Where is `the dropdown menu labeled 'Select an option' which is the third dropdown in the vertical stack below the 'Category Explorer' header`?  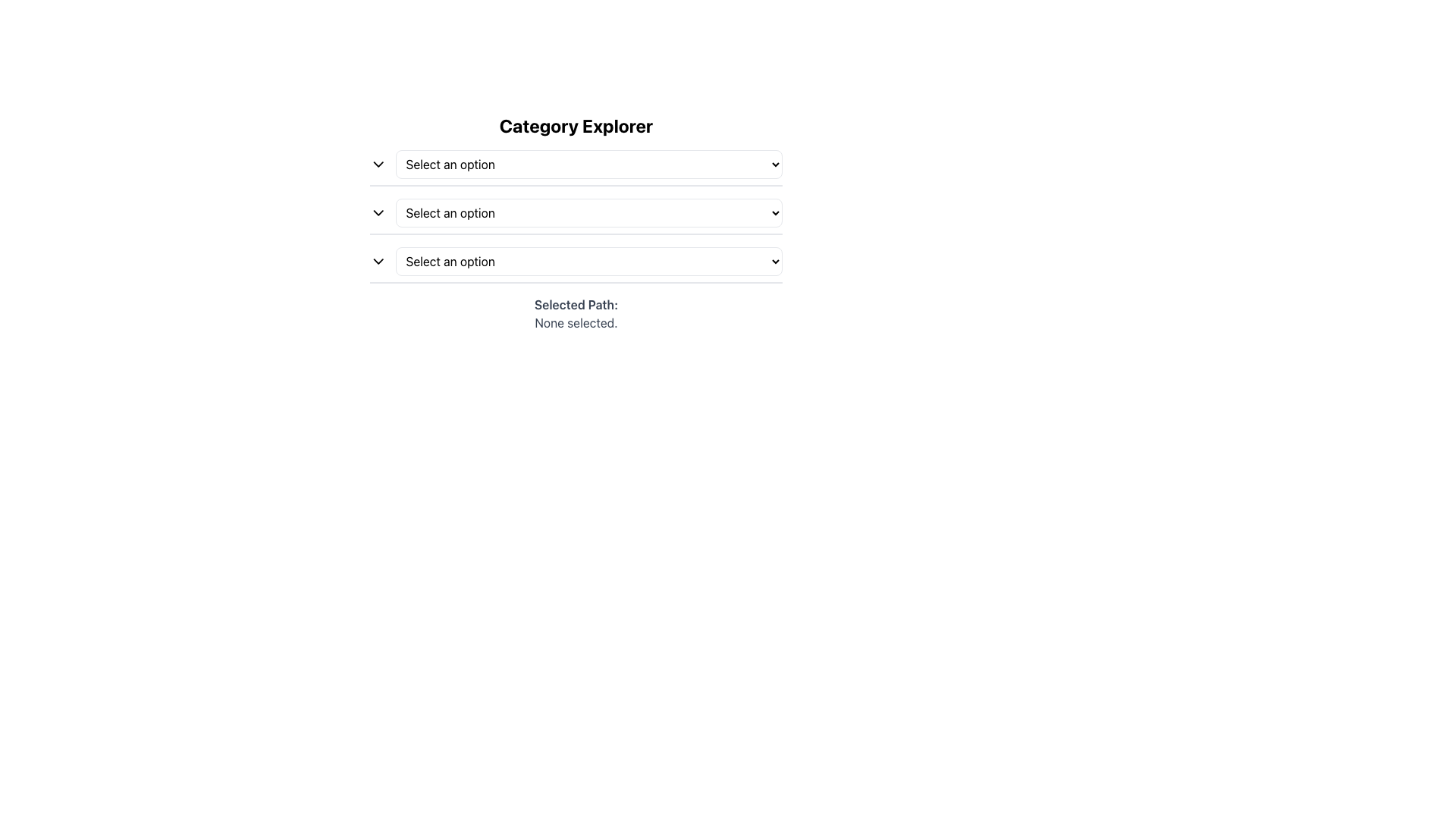 the dropdown menu labeled 'Select an option' which is the third dropdown in the vertical stack below the 'Category Explorer' header is located at coordinates (575, 265).